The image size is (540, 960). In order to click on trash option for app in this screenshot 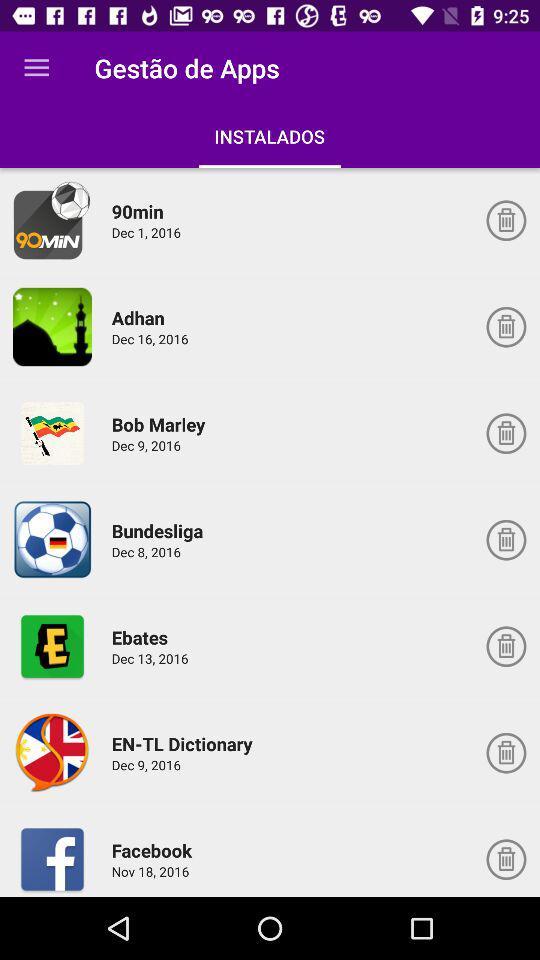, I will do `click(505, 220)`.